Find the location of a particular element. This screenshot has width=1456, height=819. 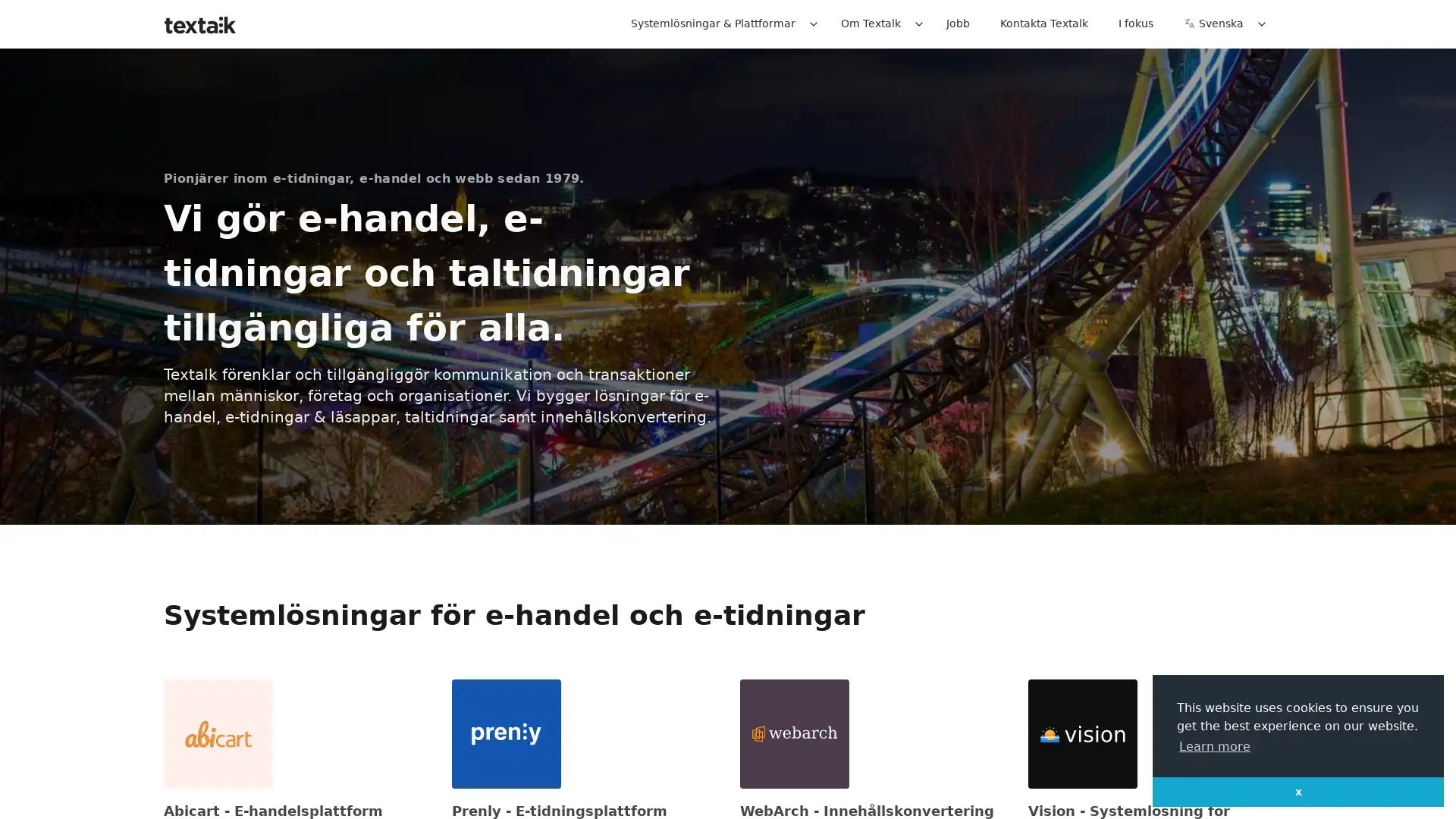

Expand / collapse menu is located at coordinates (1260, 23).